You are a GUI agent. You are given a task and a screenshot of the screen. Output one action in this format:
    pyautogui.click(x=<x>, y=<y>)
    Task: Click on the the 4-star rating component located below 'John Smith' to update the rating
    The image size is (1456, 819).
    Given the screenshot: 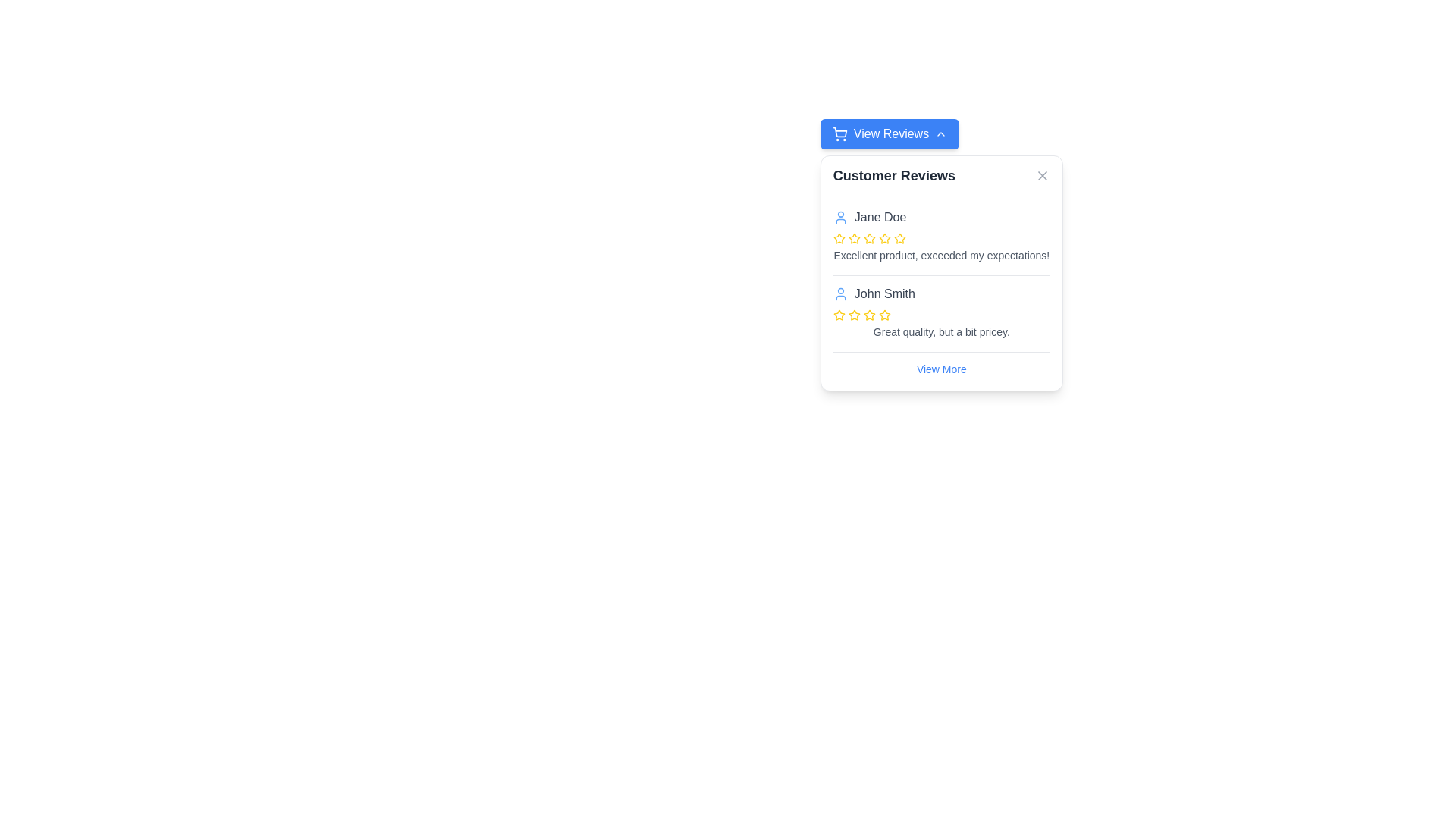 What is the action you would take?
    pyautogui.click(x=940, y=315)
    